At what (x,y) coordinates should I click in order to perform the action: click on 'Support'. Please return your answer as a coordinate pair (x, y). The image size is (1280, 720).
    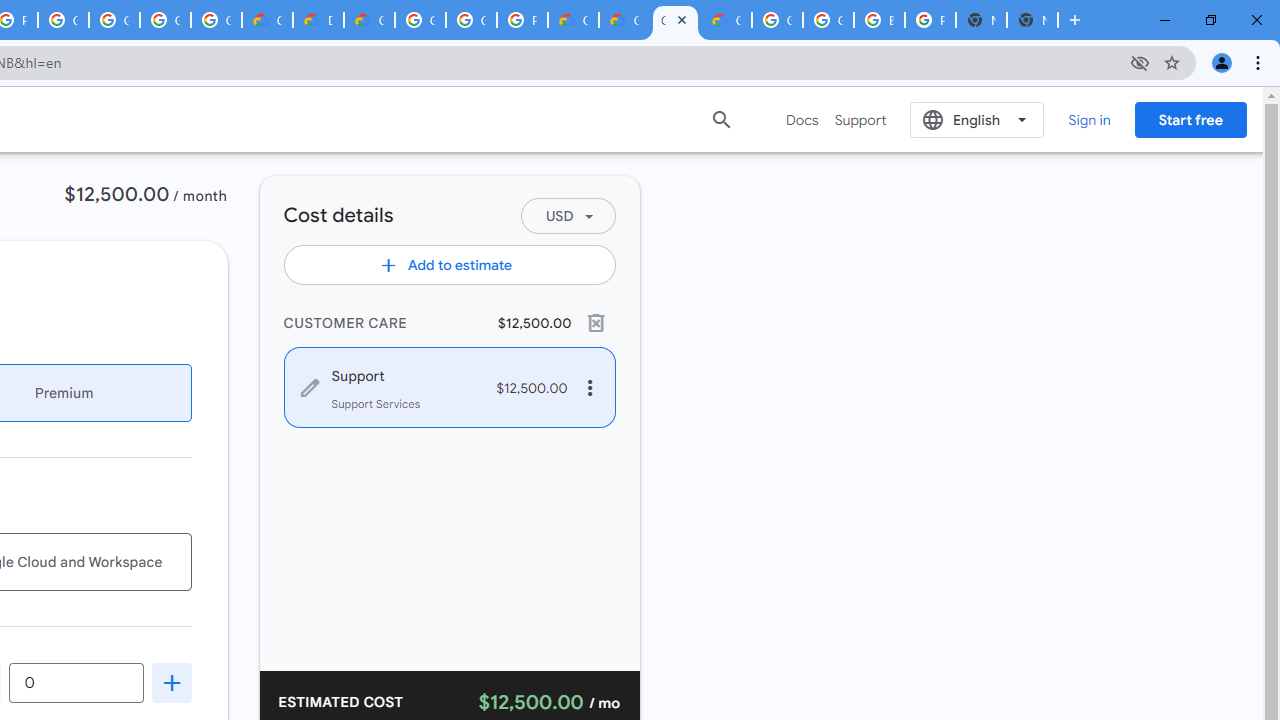
    Looking at the image, I should click on (860, 119).